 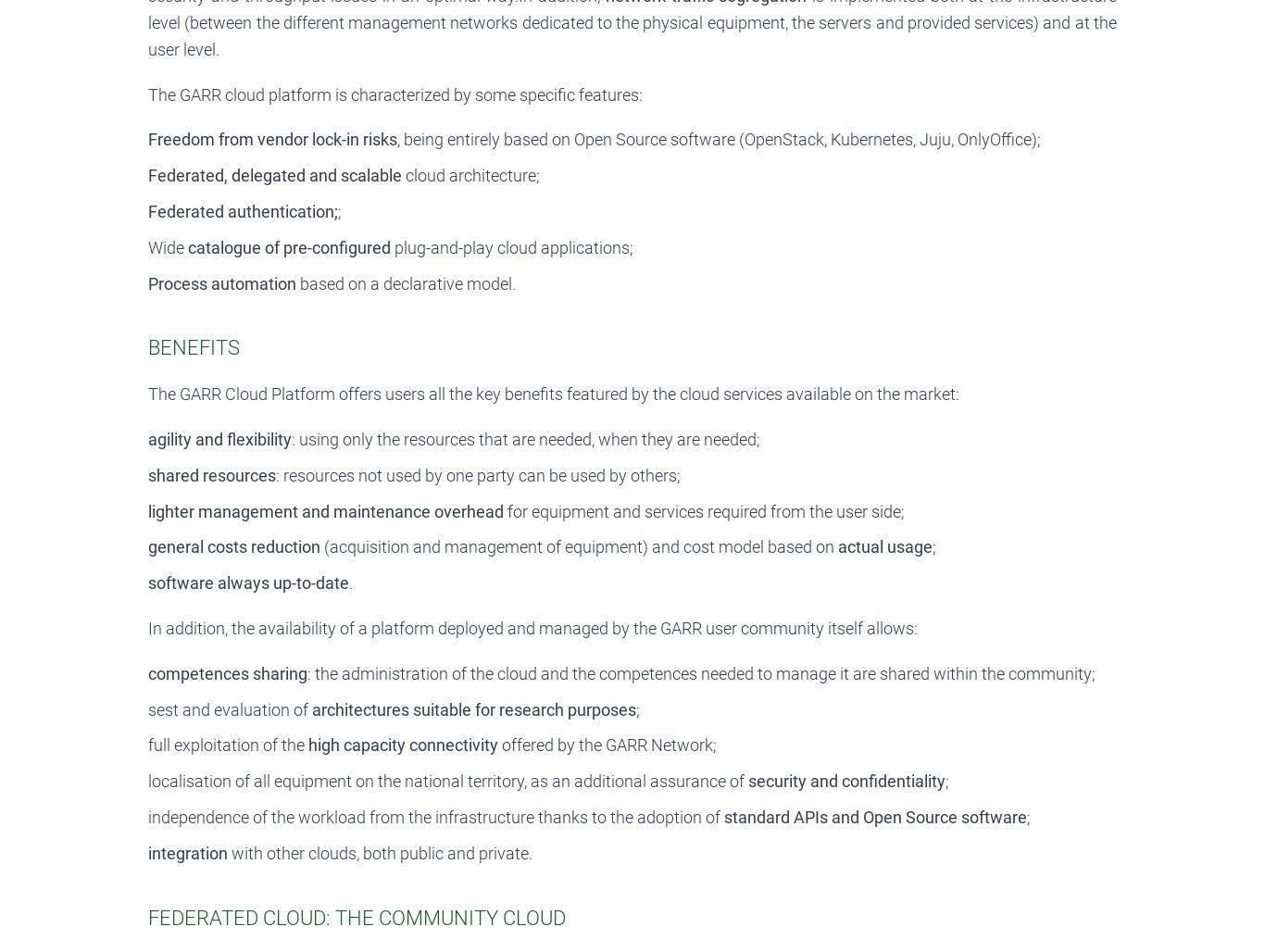 What do you see at coordinates (395, 93) in the screenshot?
I see `'The GARR cloud platform is characterized by some specific features:'` at bounding box center [395, 93].